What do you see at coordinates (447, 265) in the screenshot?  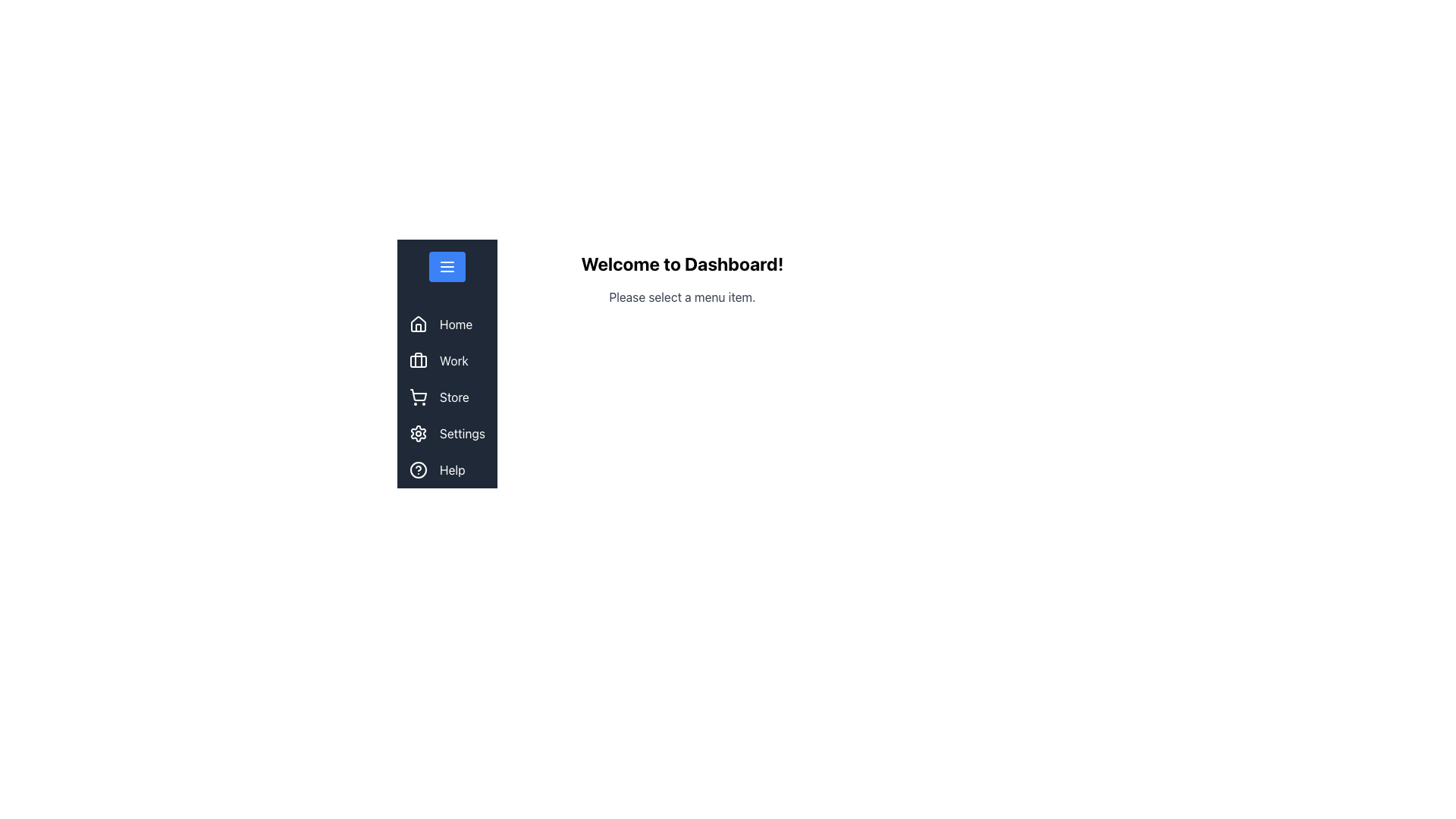 I see `the rectangular button with a blue background and a white hamburger menu icon located at the top of the vertical navigation bar on the left side of the interface` at bounding box center [447, 265].